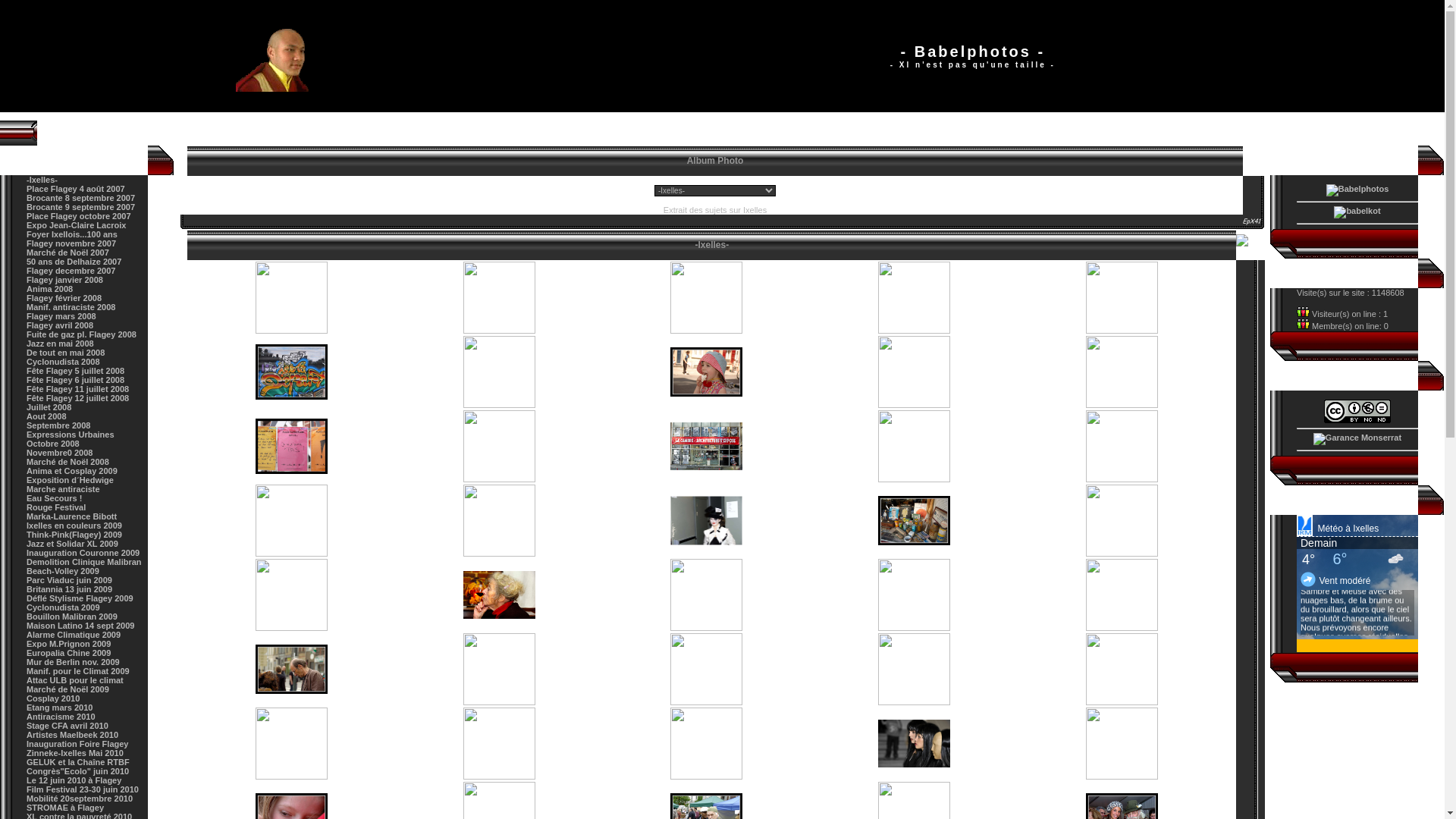 The width and height of the screenshot is (1456, 819). I want to click on 'Babelphotos', so click(1325, 189).